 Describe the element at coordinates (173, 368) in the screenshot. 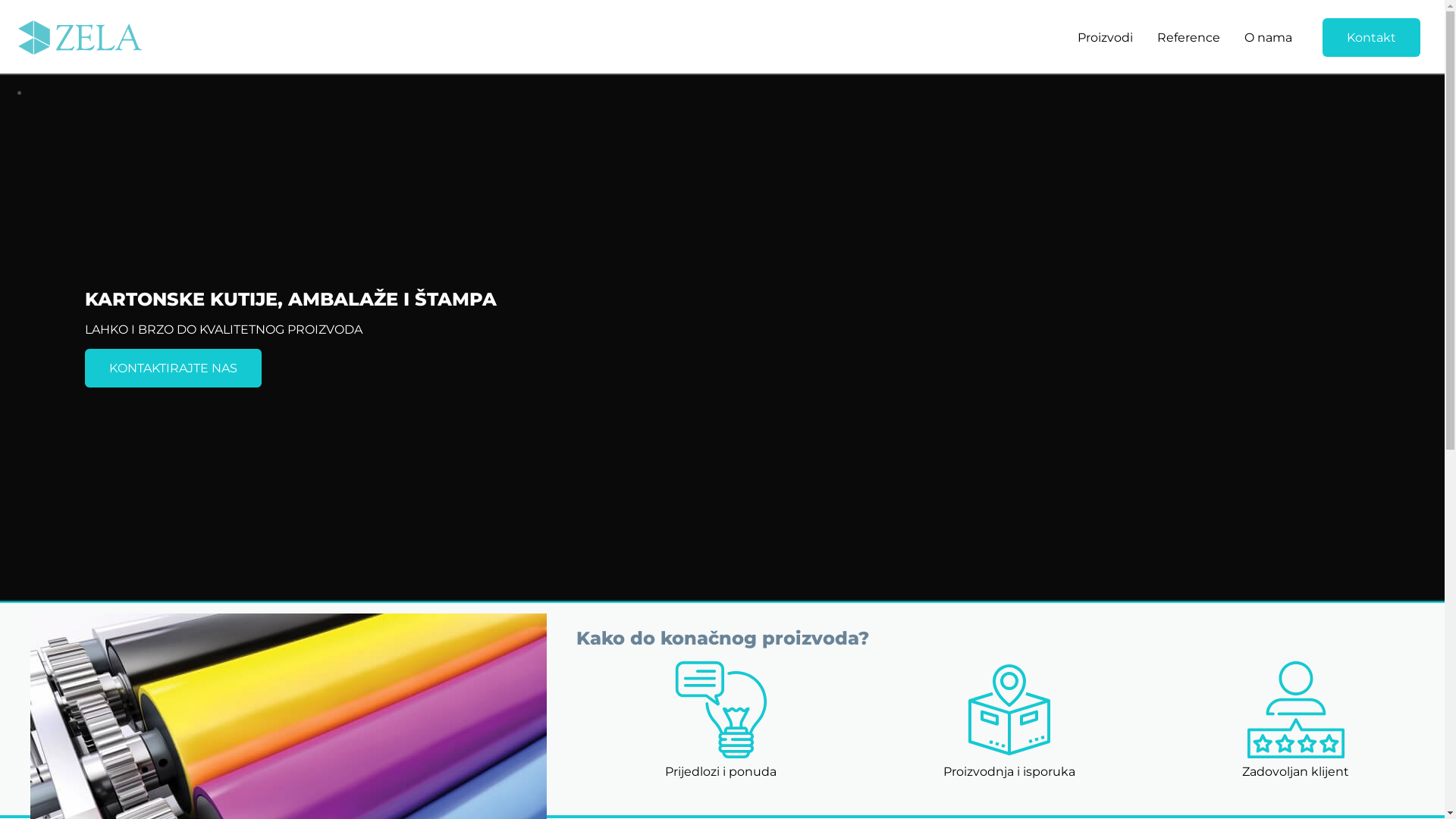

I see `'KONTAKTIRAJTE NAS'` at that location.